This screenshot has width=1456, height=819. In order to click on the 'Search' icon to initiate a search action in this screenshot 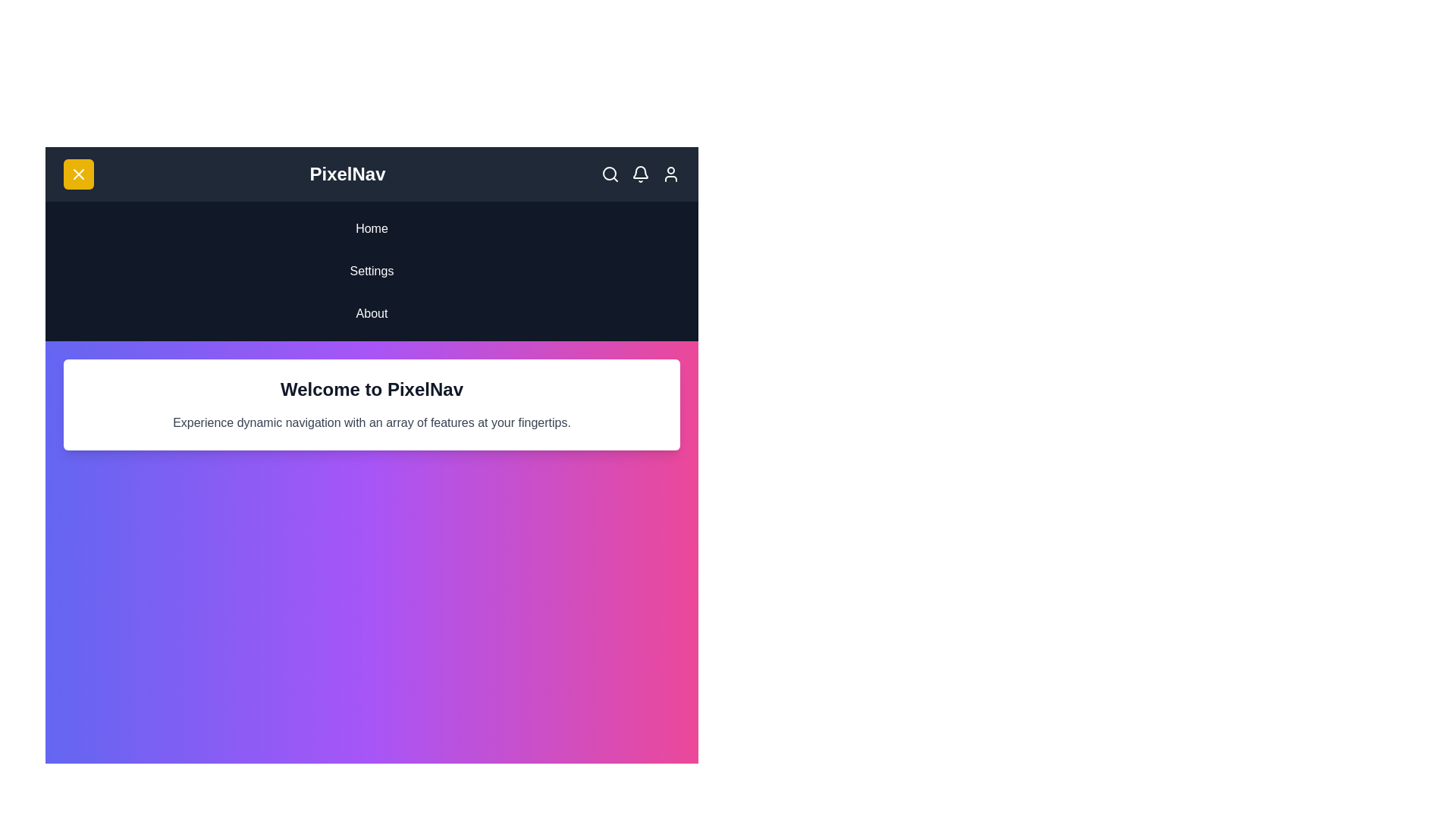, I will do `click(610, 174)`.